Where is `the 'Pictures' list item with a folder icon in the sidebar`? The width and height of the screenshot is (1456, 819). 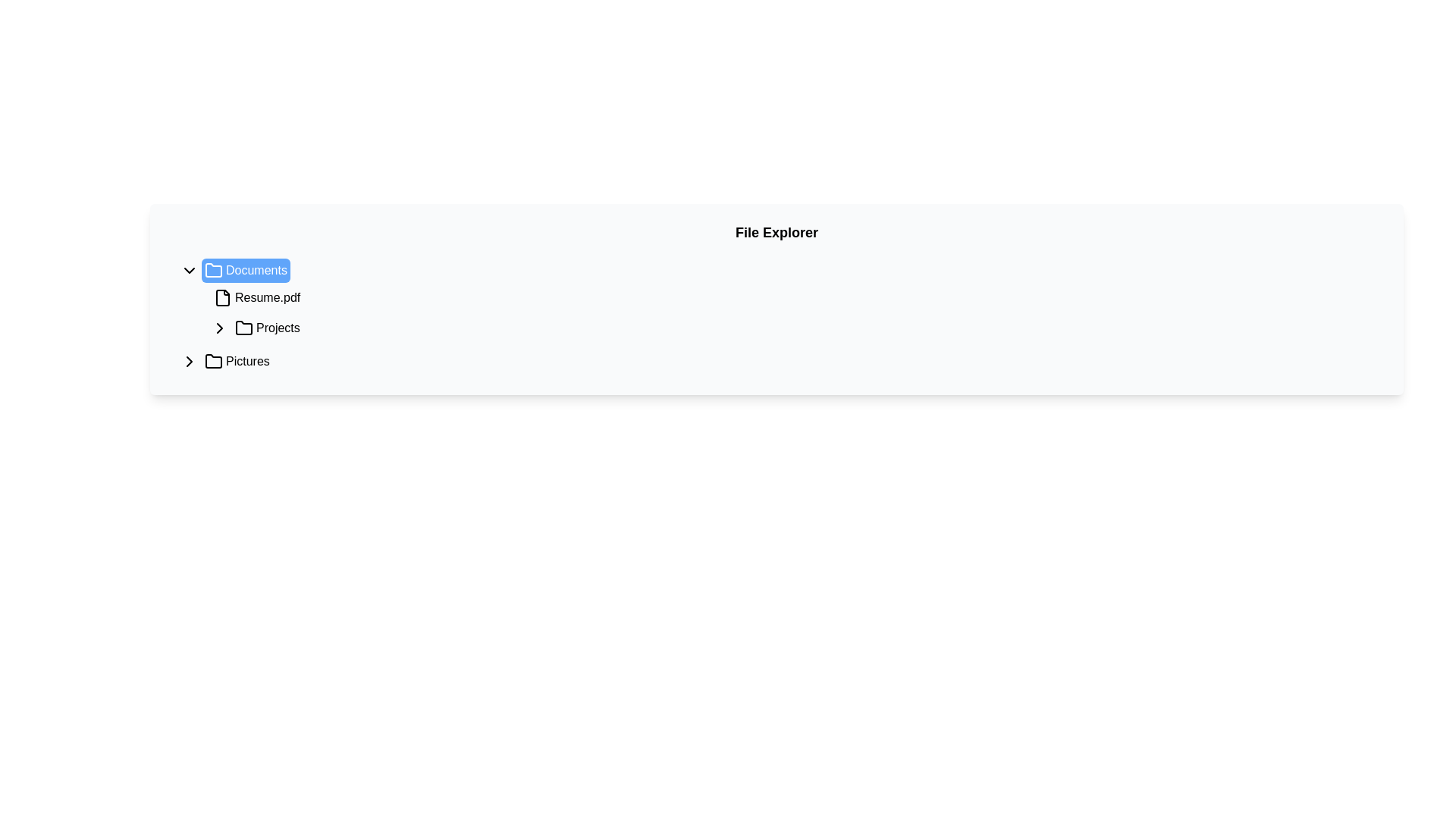
the 'Pictures' list item with a folder icon in the sidebar is located at coordinates (236, 362).